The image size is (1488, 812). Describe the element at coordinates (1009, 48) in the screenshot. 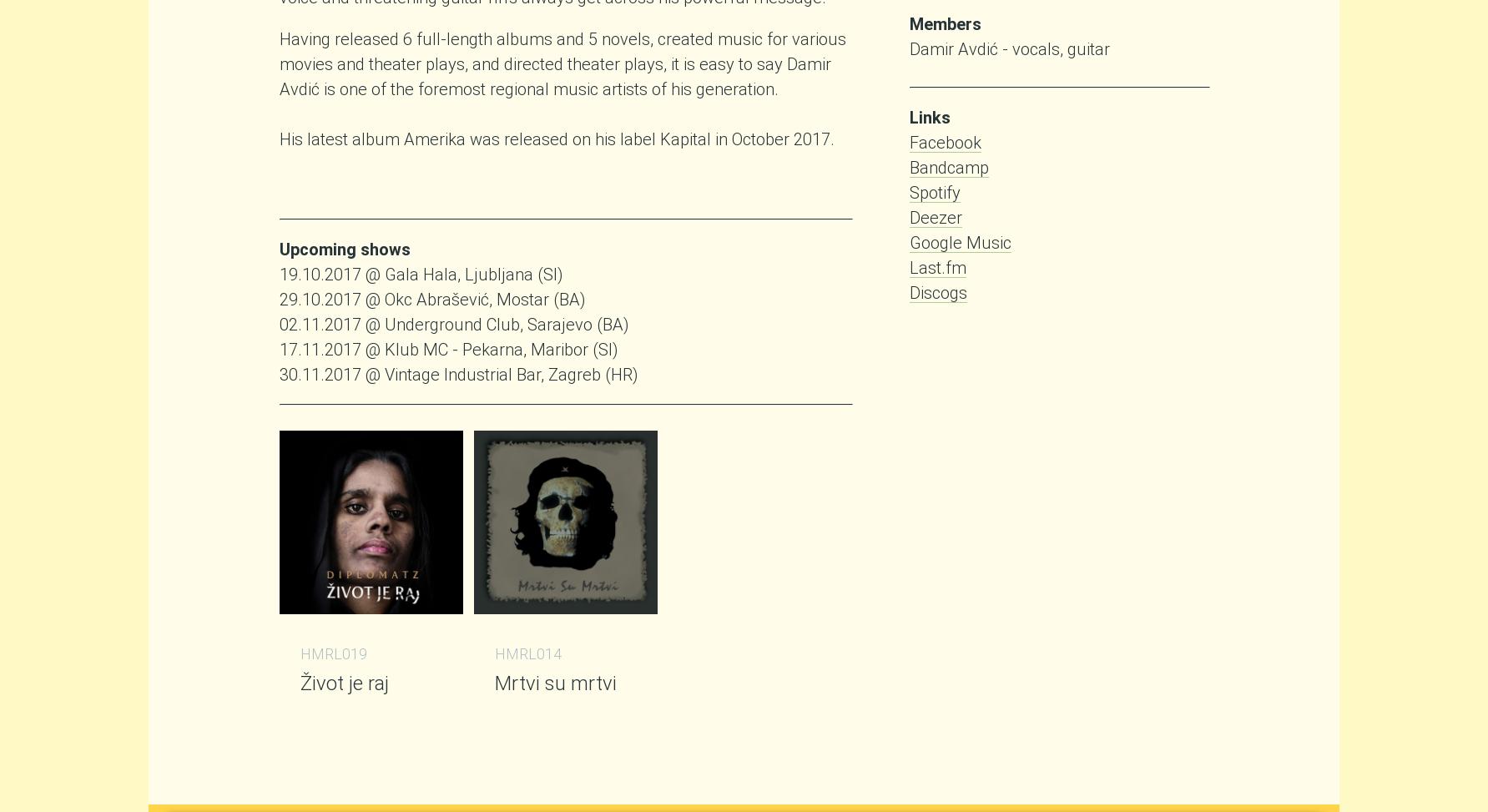

I see `'Damir Avdić - vocals, guitar'` at that location.